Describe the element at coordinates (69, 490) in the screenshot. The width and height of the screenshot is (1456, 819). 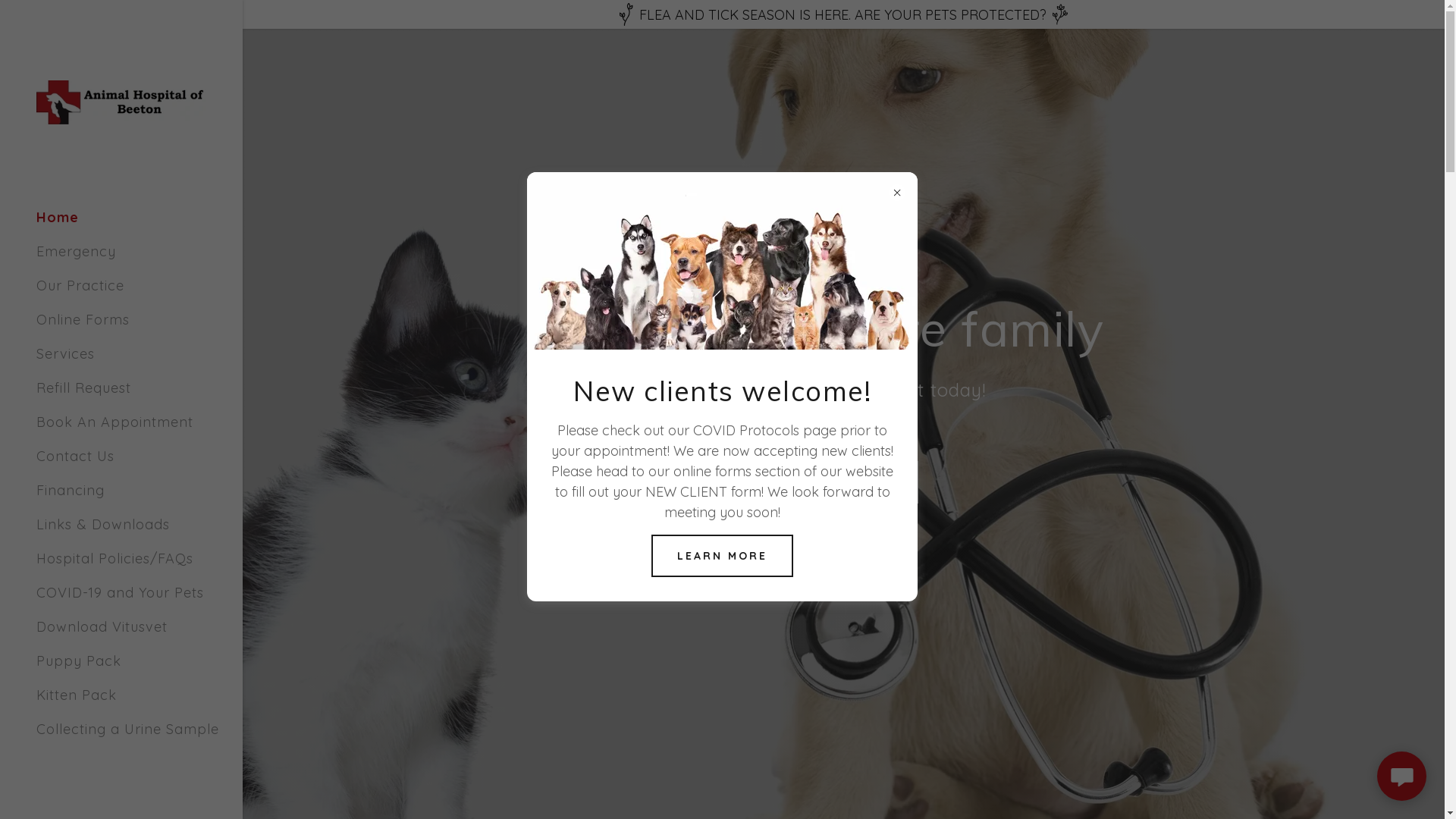
I see `'Financing'` at that location.